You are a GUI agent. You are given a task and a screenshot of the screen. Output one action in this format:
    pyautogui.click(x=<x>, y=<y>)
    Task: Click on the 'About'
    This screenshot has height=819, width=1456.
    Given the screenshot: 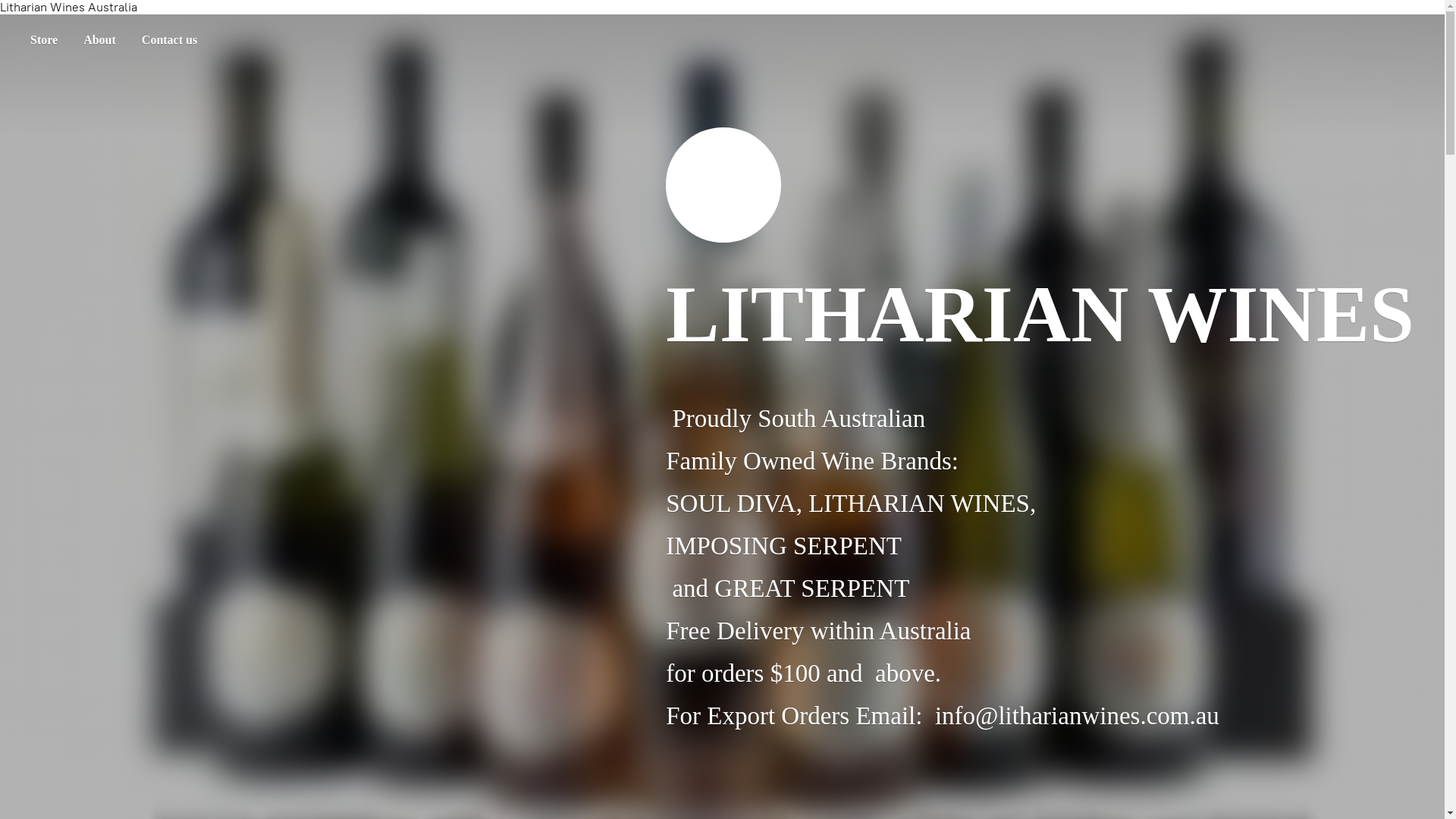 What is the action you would take?
    pyautogui.click(x=99, y=39)
    